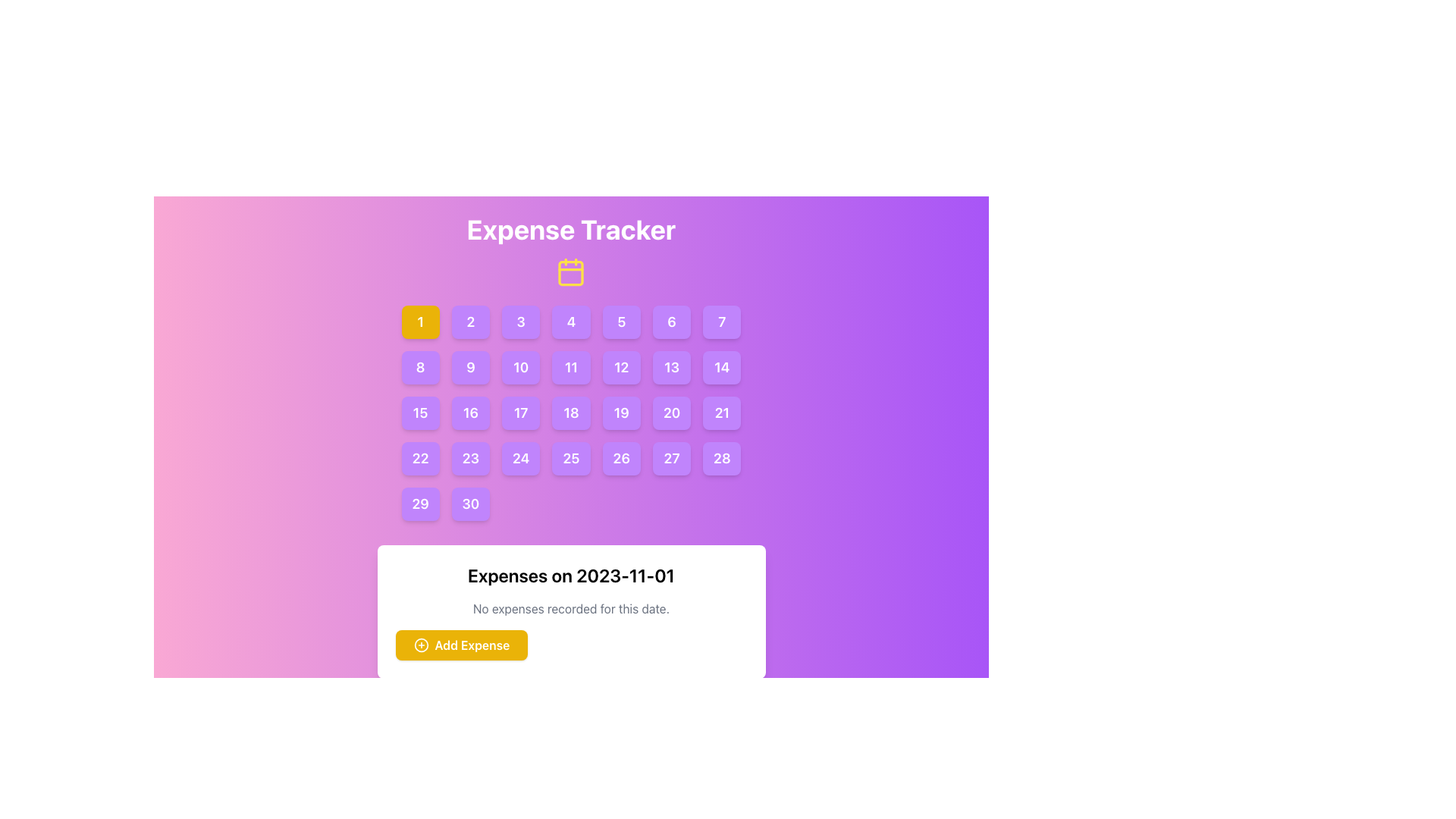 Image resolution: width=1456 pixels, height=819 pixels. What do you see at coordinates (420, 413) in the screenshot?
I see `the button representing the day in the calendar grid located in the third row and first column, underneath the 'Expense Tracker' title` at bounding box center [420, 413].